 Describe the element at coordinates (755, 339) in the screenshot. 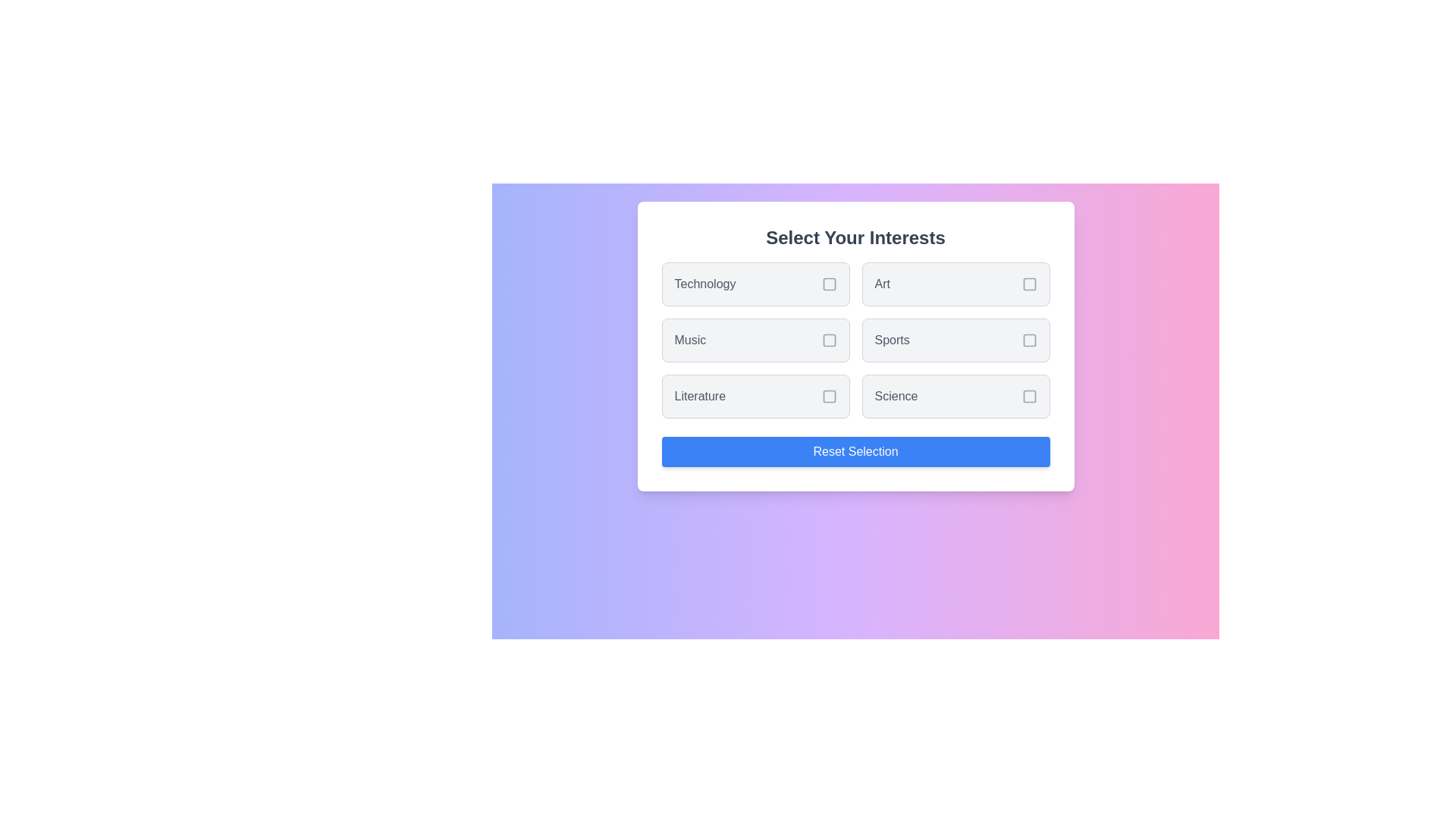

I see `the interest item labeled Music` at that location.